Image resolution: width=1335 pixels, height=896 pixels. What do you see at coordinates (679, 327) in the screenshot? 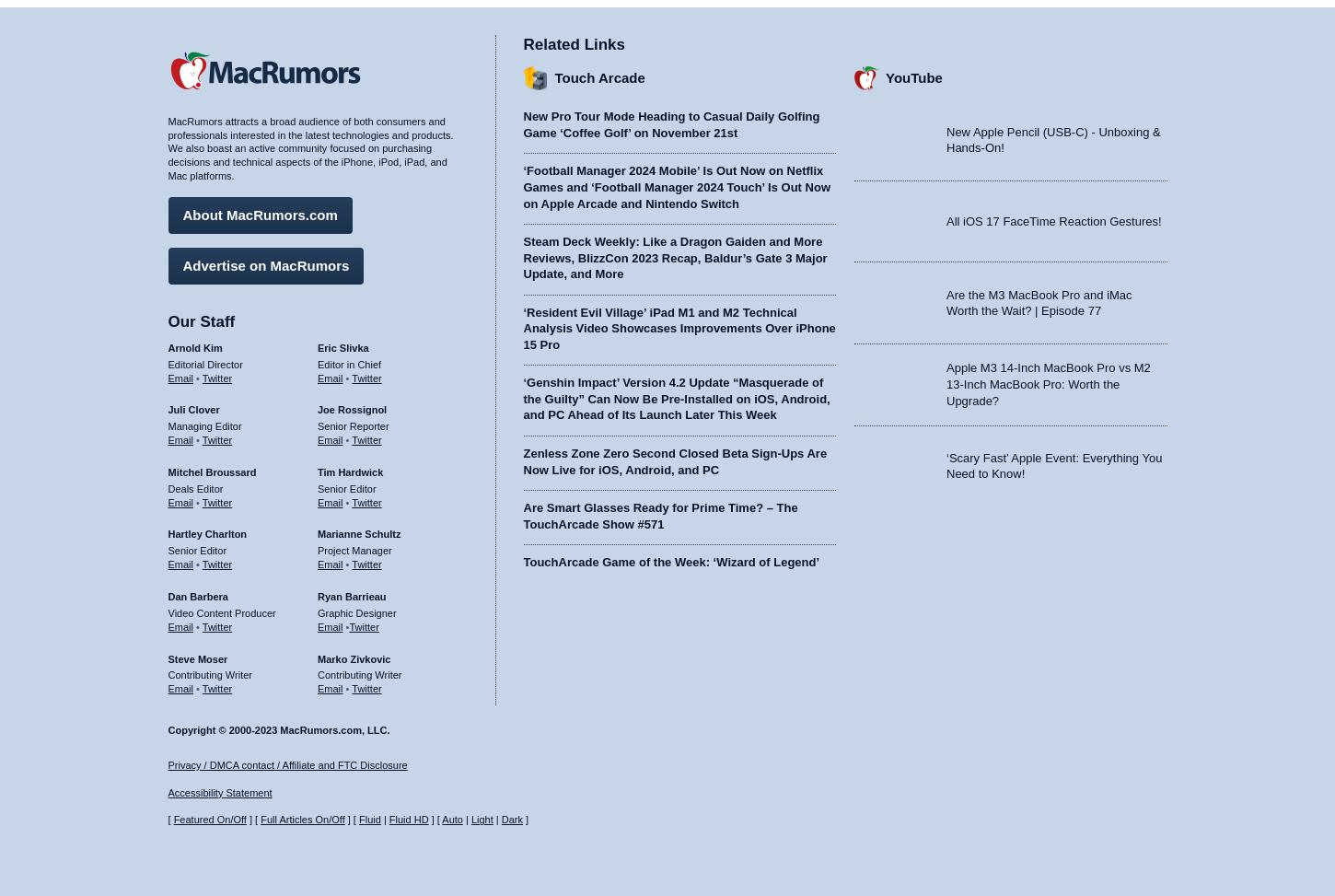
I see `'‘Resident Evil Village’ iPad M1 and M2 Technical Analysis Video Showcases Improvements Over iPhone 15 Pro'` at bounding box center [679, 327].